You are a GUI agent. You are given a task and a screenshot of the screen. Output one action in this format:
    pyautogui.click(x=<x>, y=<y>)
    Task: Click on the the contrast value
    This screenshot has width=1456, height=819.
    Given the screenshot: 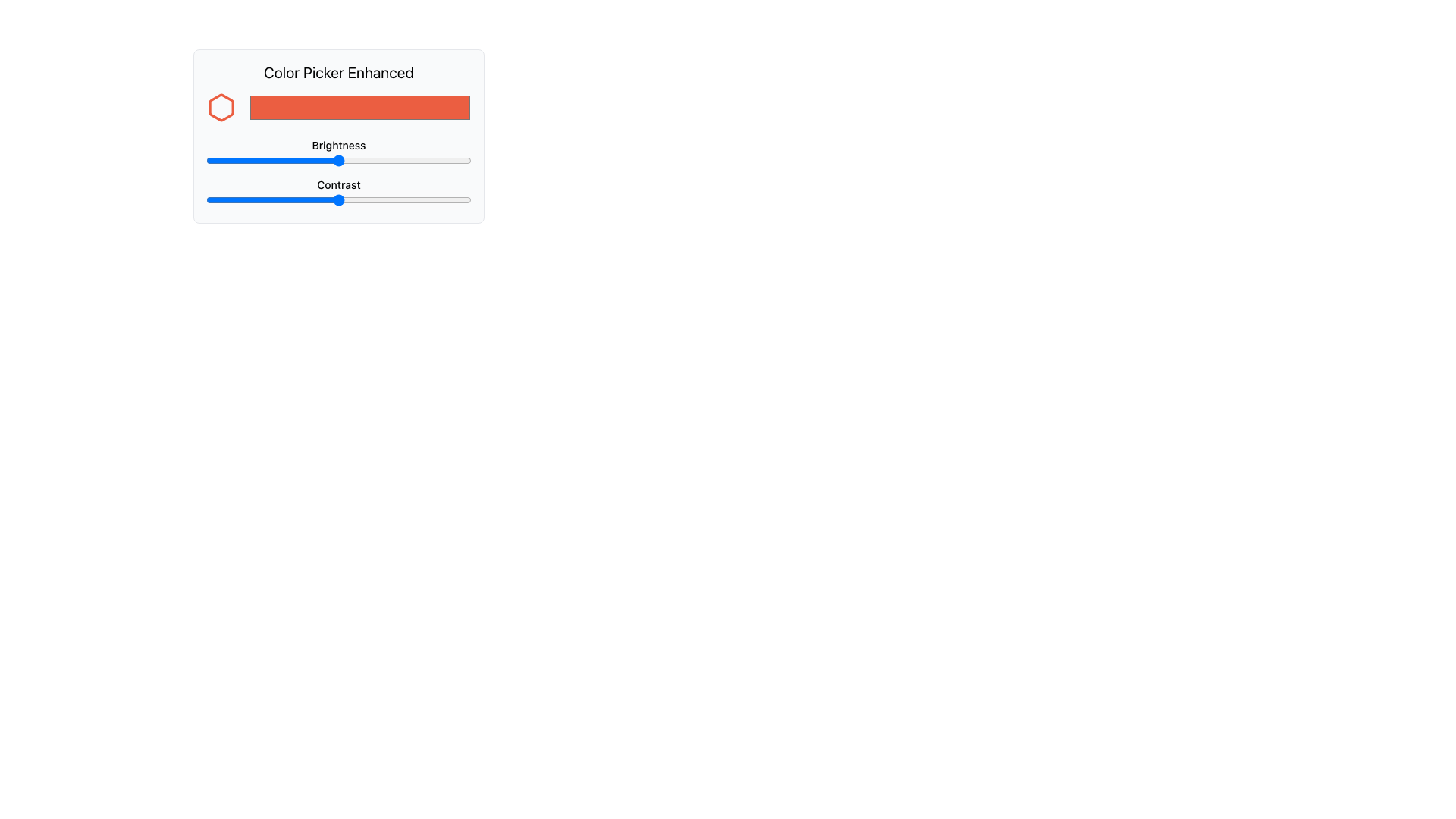 What is the action you would take?
    pyautogui.click(x=280, y=199)
    